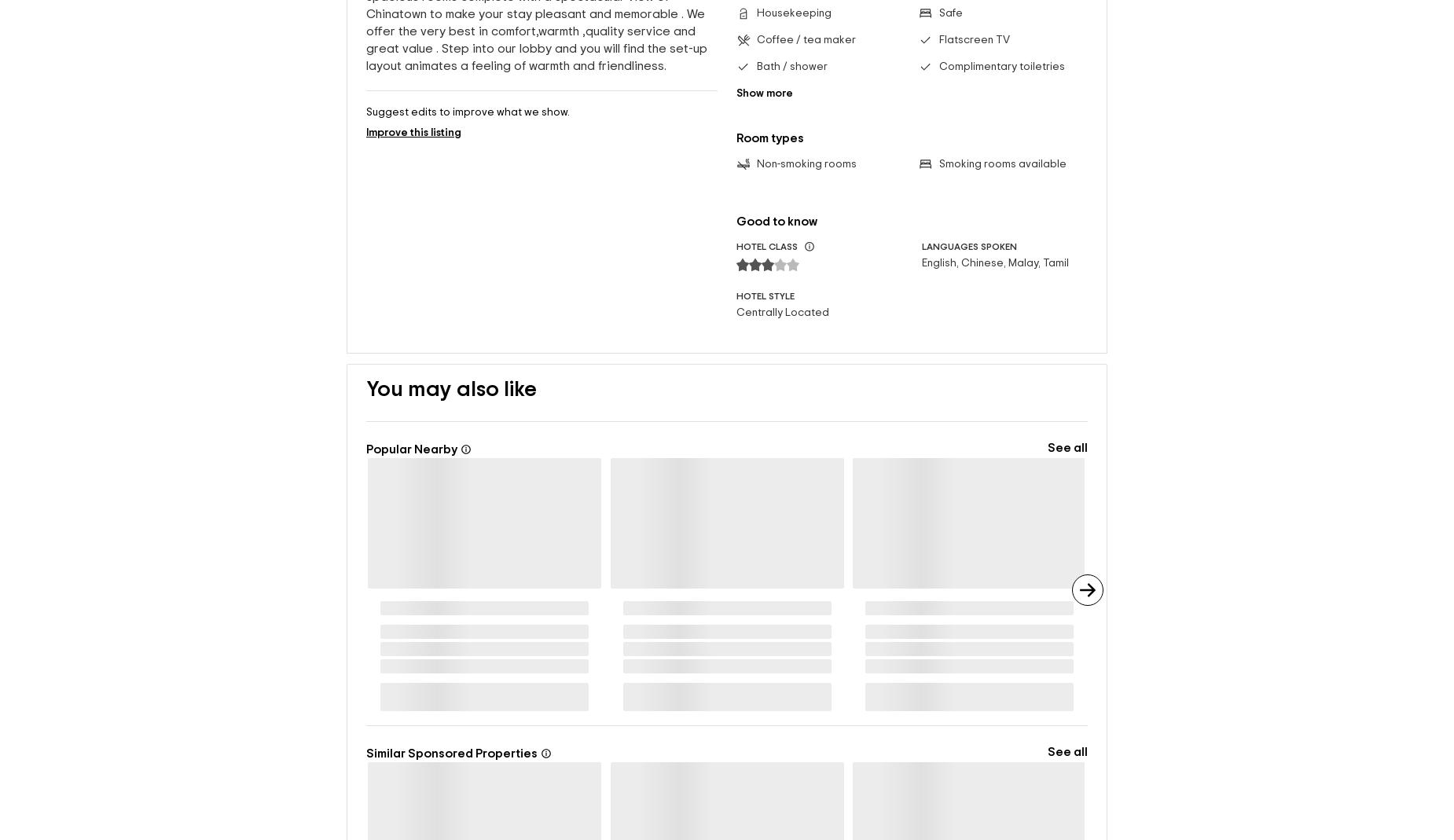 The width and height of the screenshot is (1454, 840). I want to click on 'Complimentary toiletries', so click(937, 65).